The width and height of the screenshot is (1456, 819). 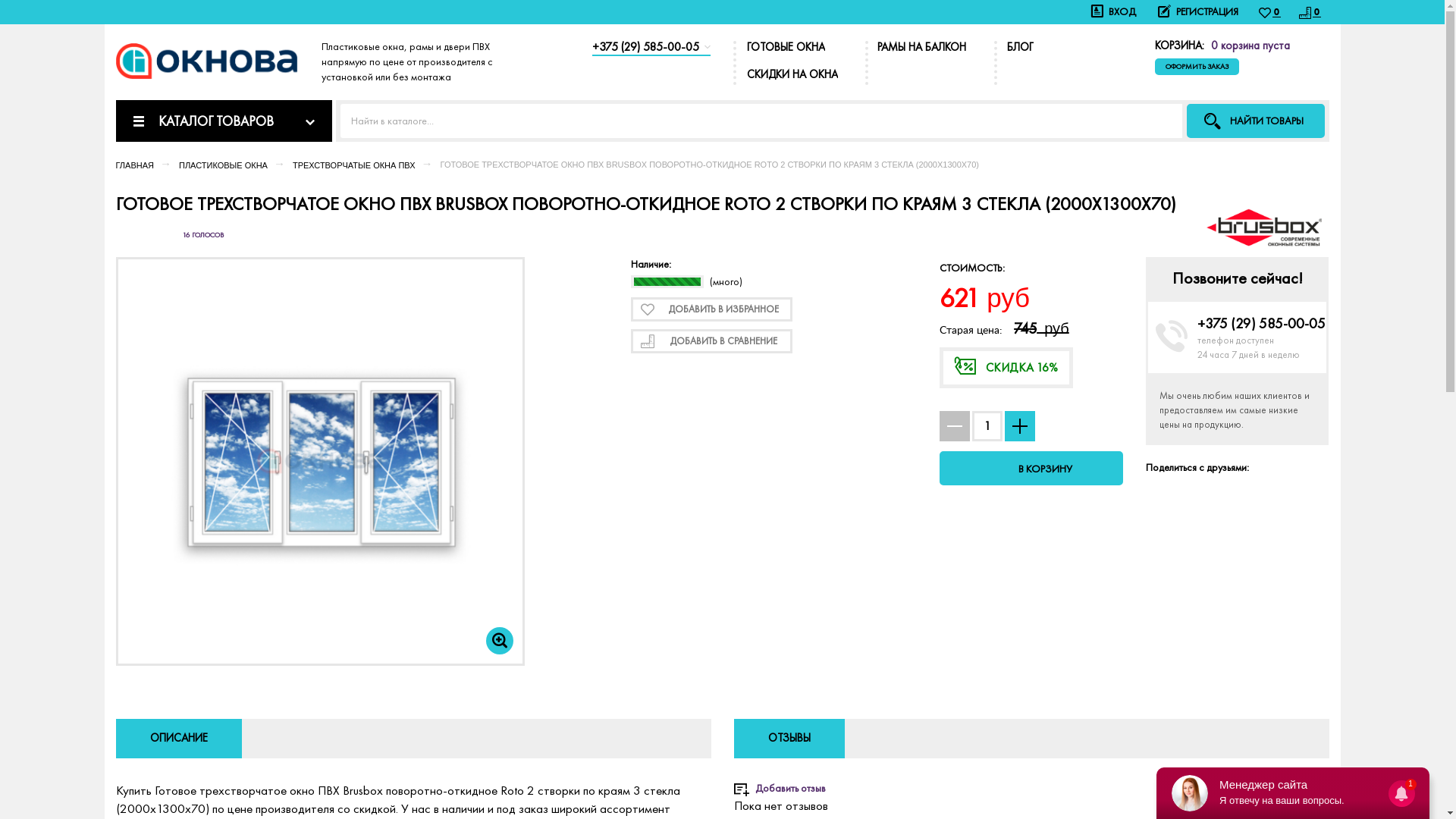 I want to click on 'Brusbox', so click(x=1263, y=224).